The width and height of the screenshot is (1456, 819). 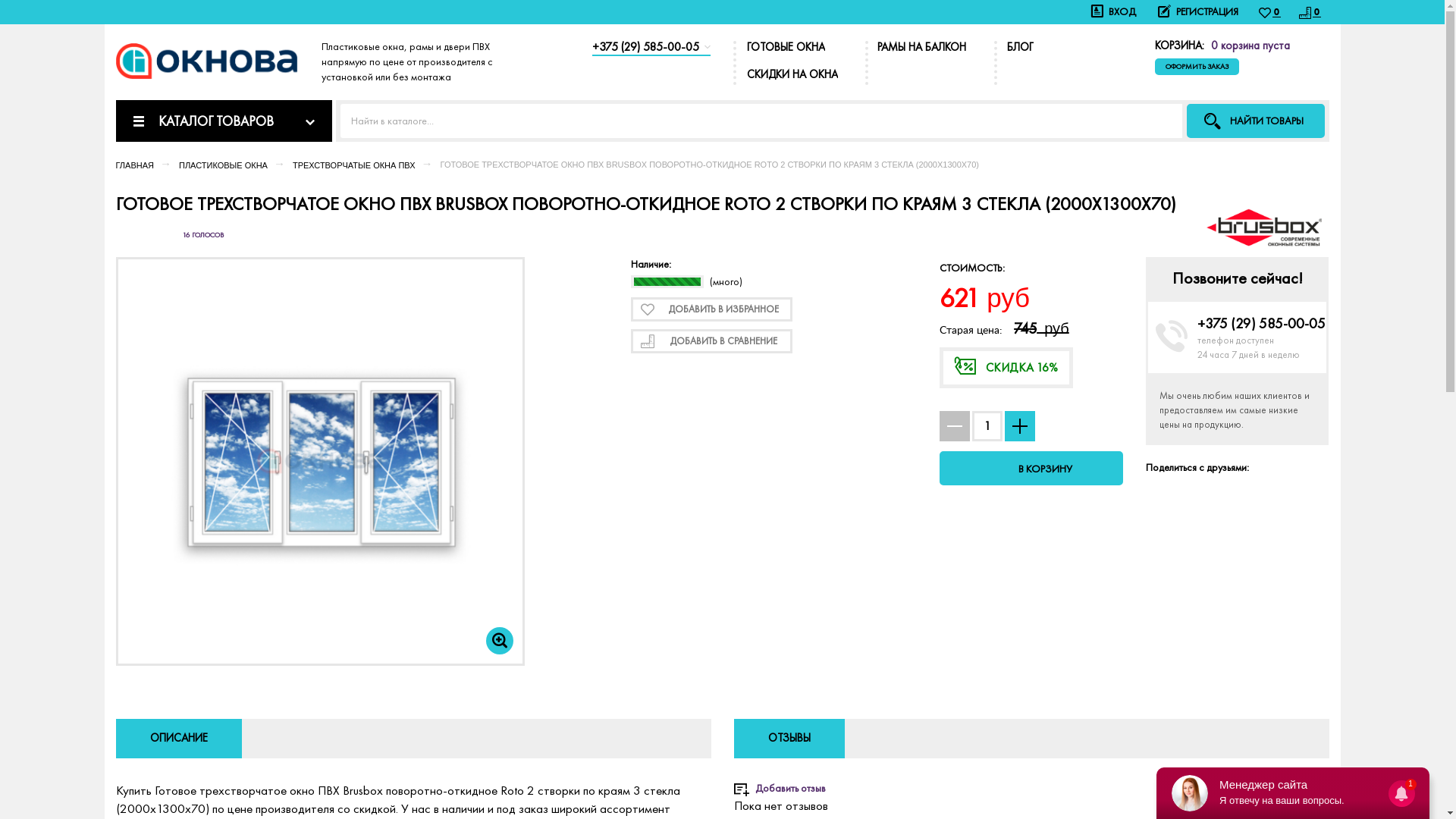 I want to click on 'Brusbox', so click(x=1263, y=224).